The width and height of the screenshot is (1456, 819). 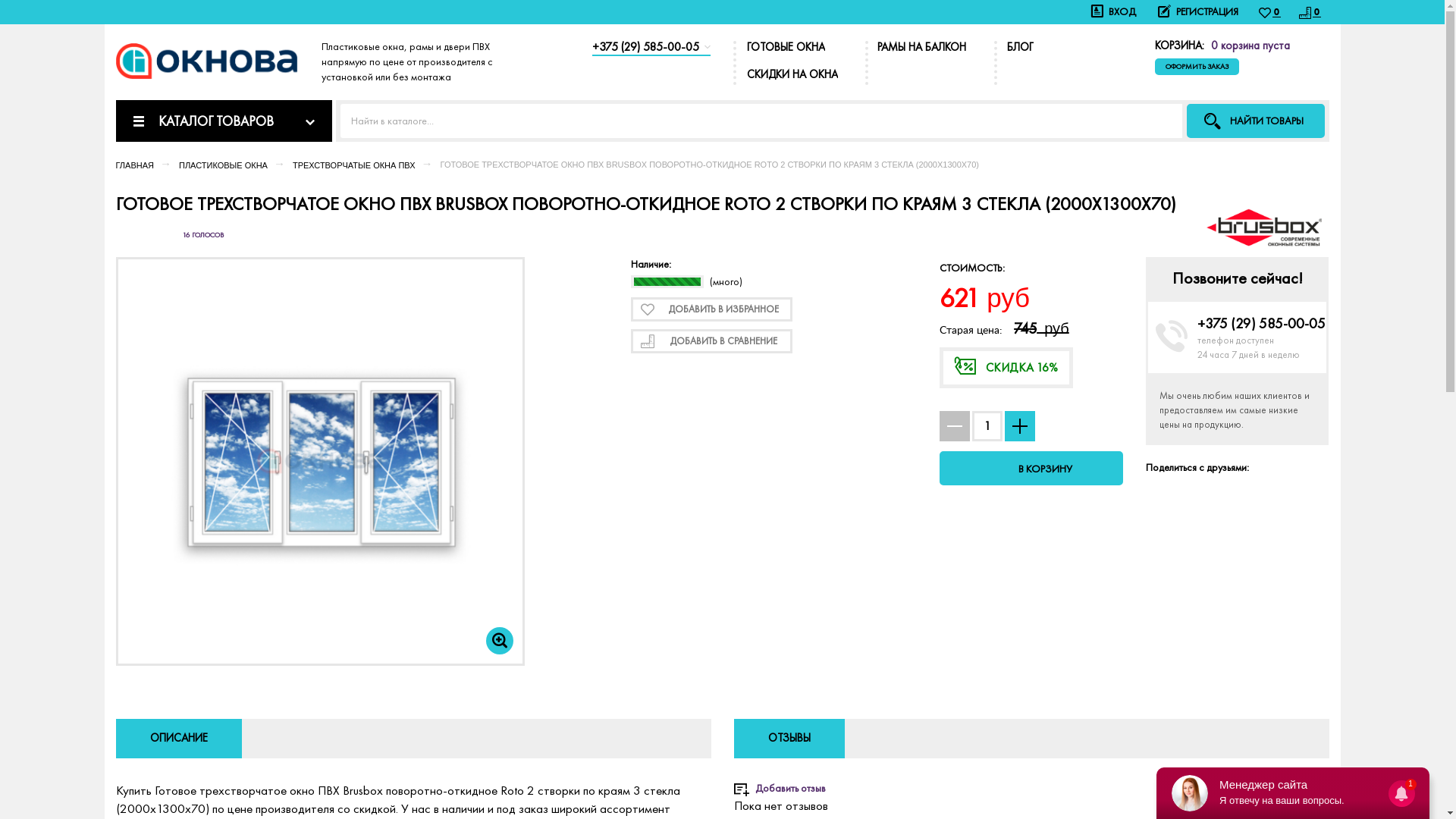 I want to click on 'Brusbox', so click(x=1263, y=224).